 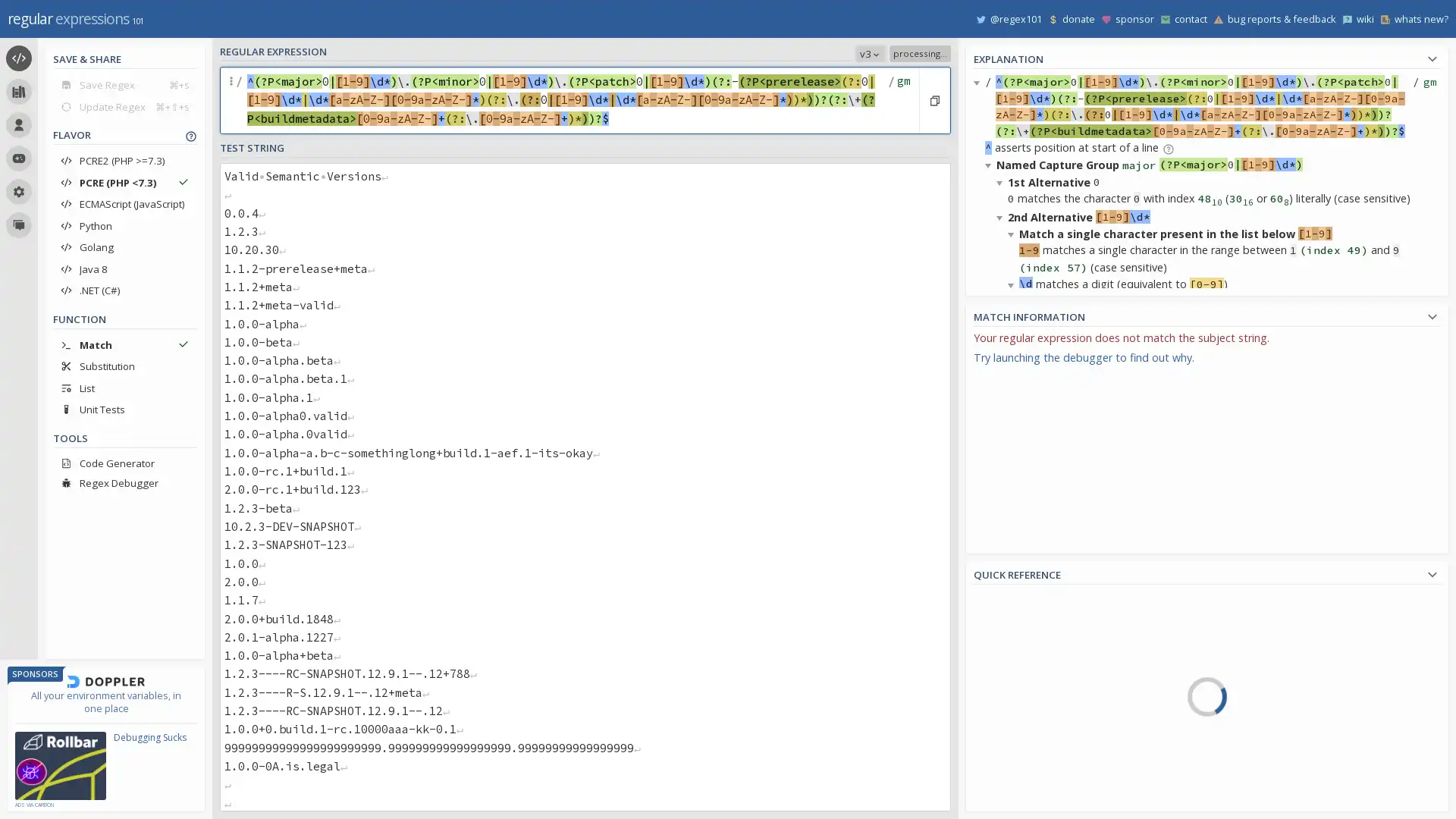 What do you see at coordinates (1040, 748) in the screenshot?
I see `Group major` at bounding box center [1040, 748].